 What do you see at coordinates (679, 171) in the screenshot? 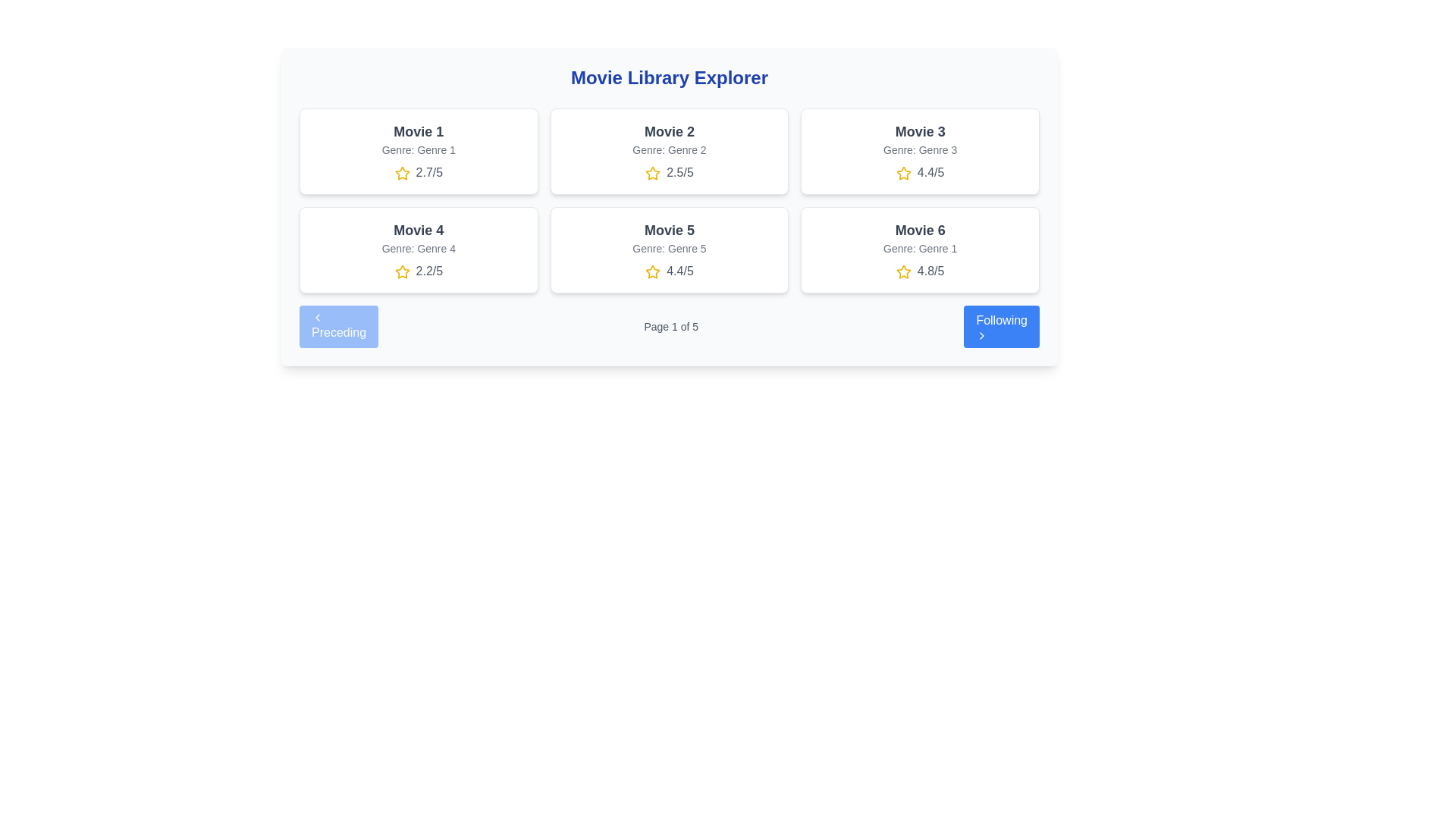
I see `static text element displaying the rating '2.5/5' located in the bottom section of the 'Movie 2' card, positioned to the right of a yellow star icon` at bounding box center [679, 171].